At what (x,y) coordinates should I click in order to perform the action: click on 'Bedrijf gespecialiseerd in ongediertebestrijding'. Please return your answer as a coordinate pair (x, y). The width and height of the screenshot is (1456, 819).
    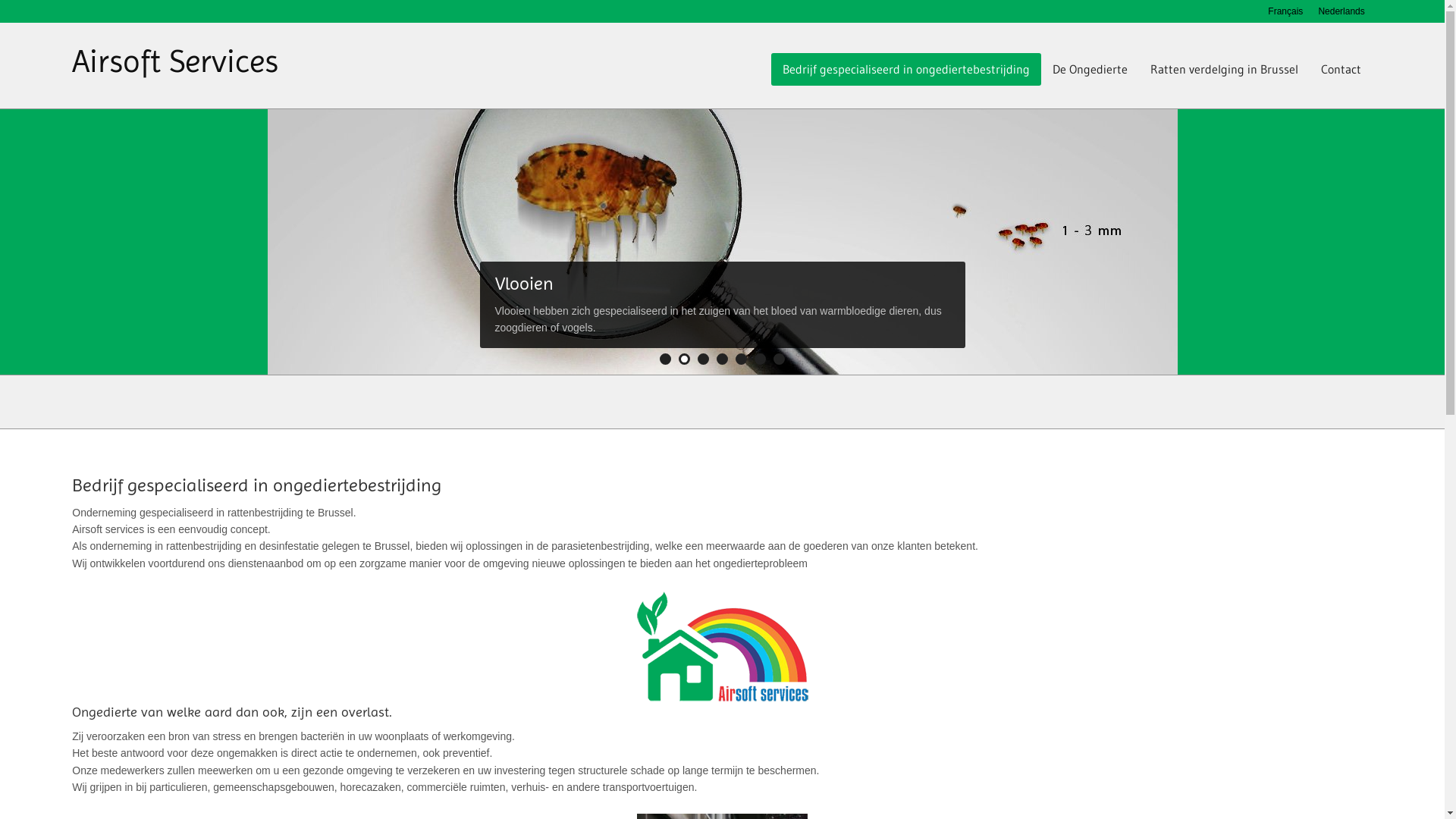
    Looking at the image, I should click on (906, 69).